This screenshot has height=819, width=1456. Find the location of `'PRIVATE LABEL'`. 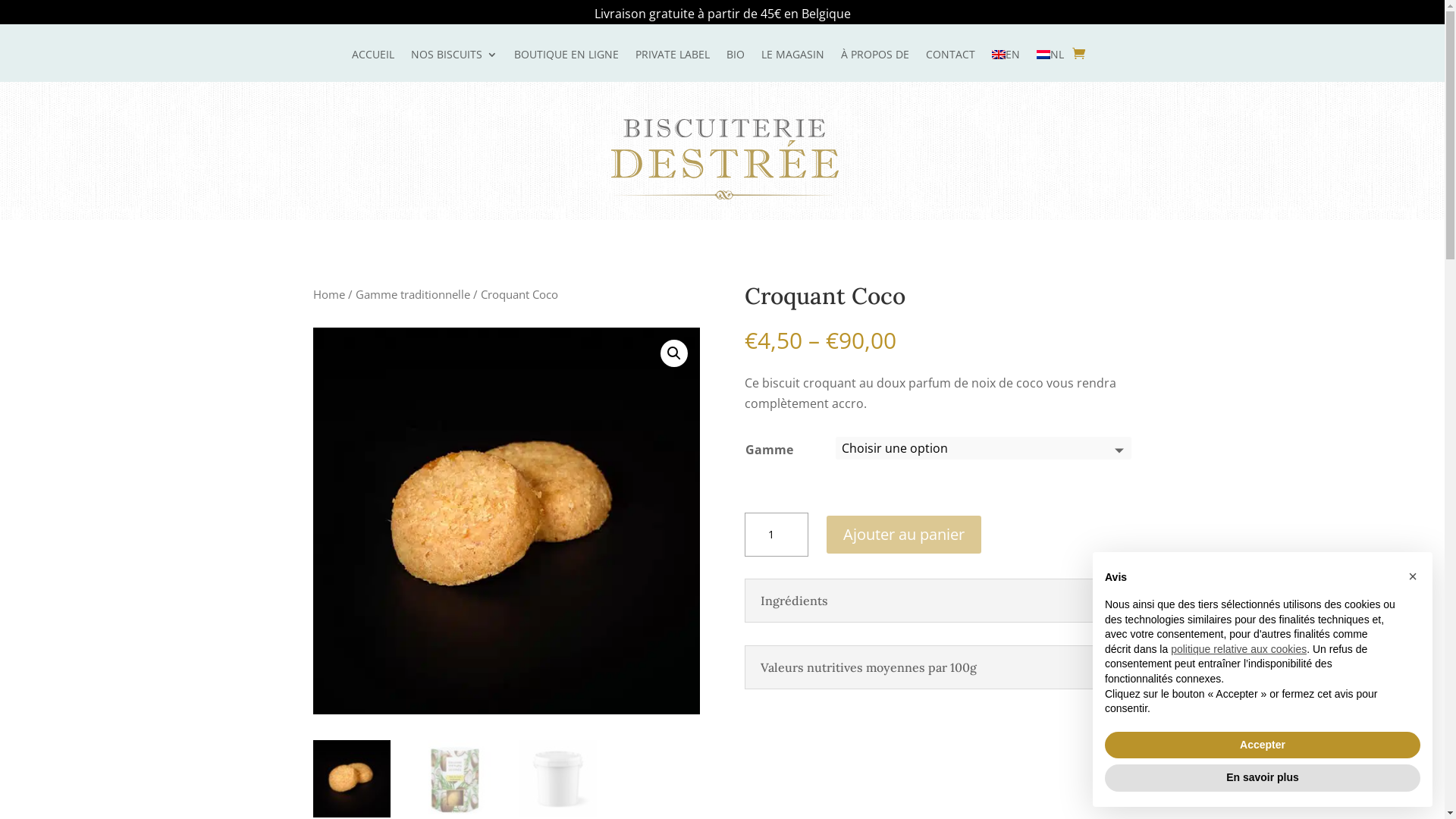

'PRIVATE LABEL' is located at coordinates (635, 64).